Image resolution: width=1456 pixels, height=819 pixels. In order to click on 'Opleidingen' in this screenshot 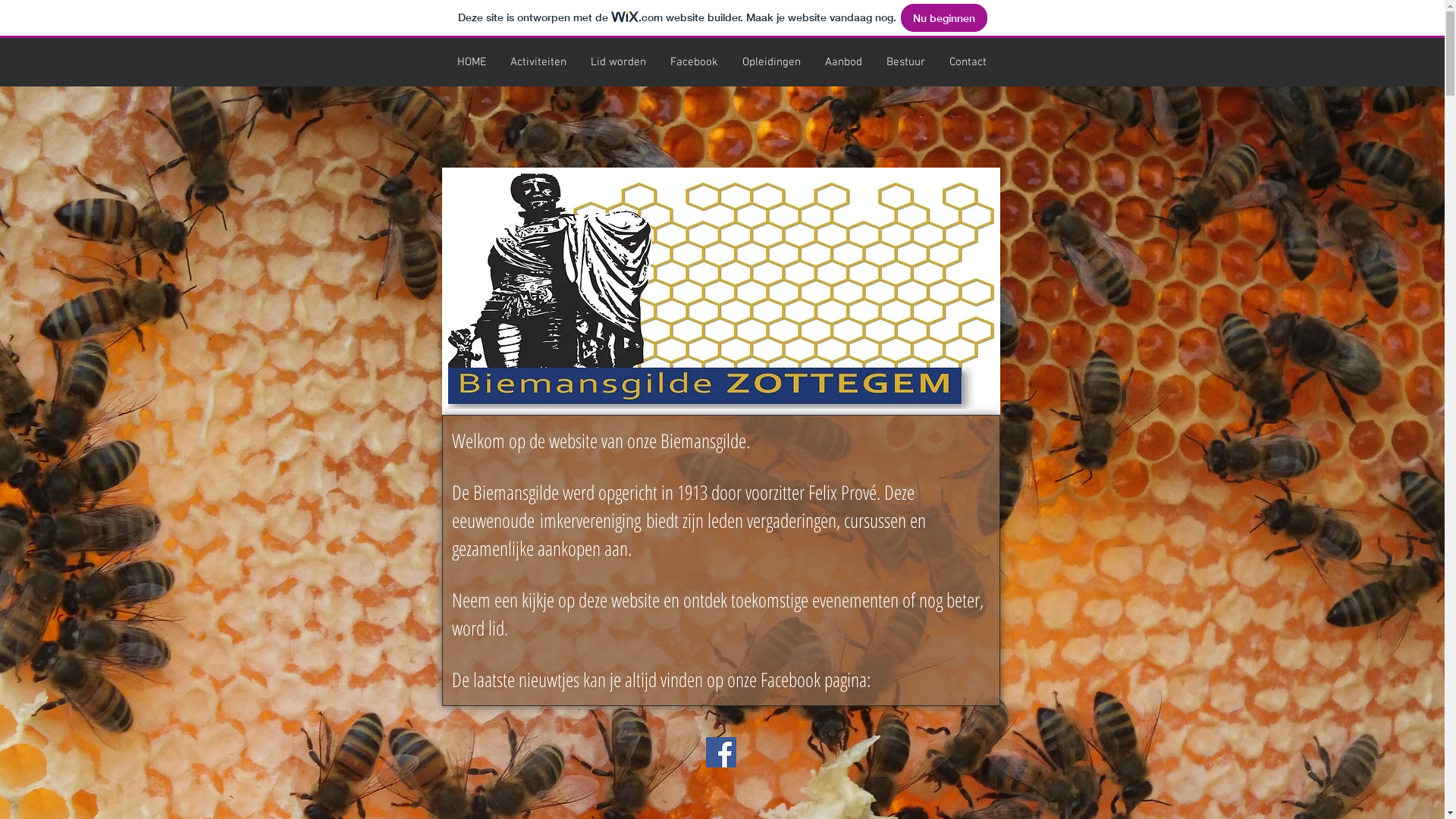, I will do `click(770, 61)`.